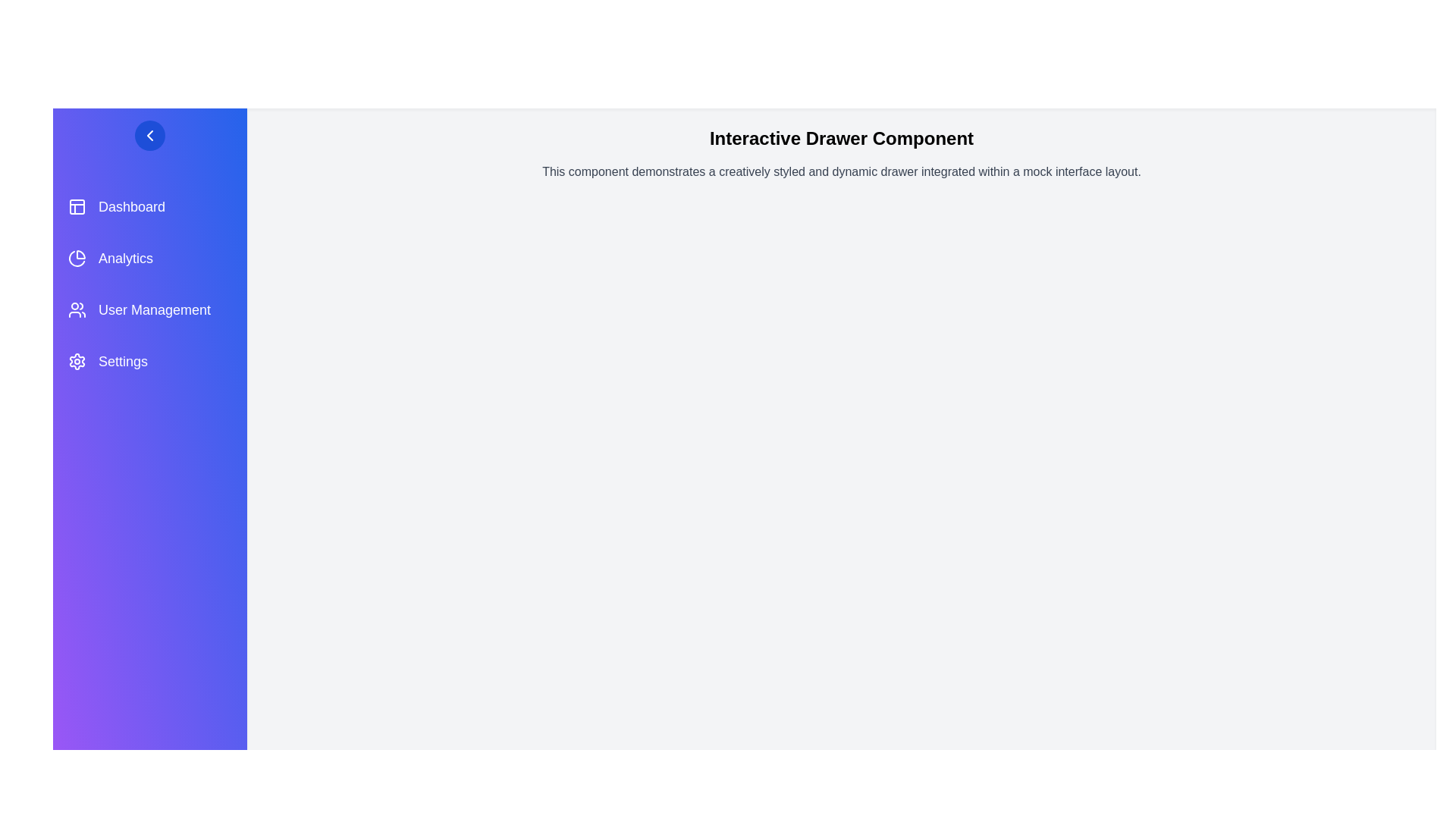 The height and width of the screenshot is (819, 1456). What do you see at coordinates (149, 309) in the screenshot?
I see `the menu item User Management by clicking on it` at bounding box center [149, 309].